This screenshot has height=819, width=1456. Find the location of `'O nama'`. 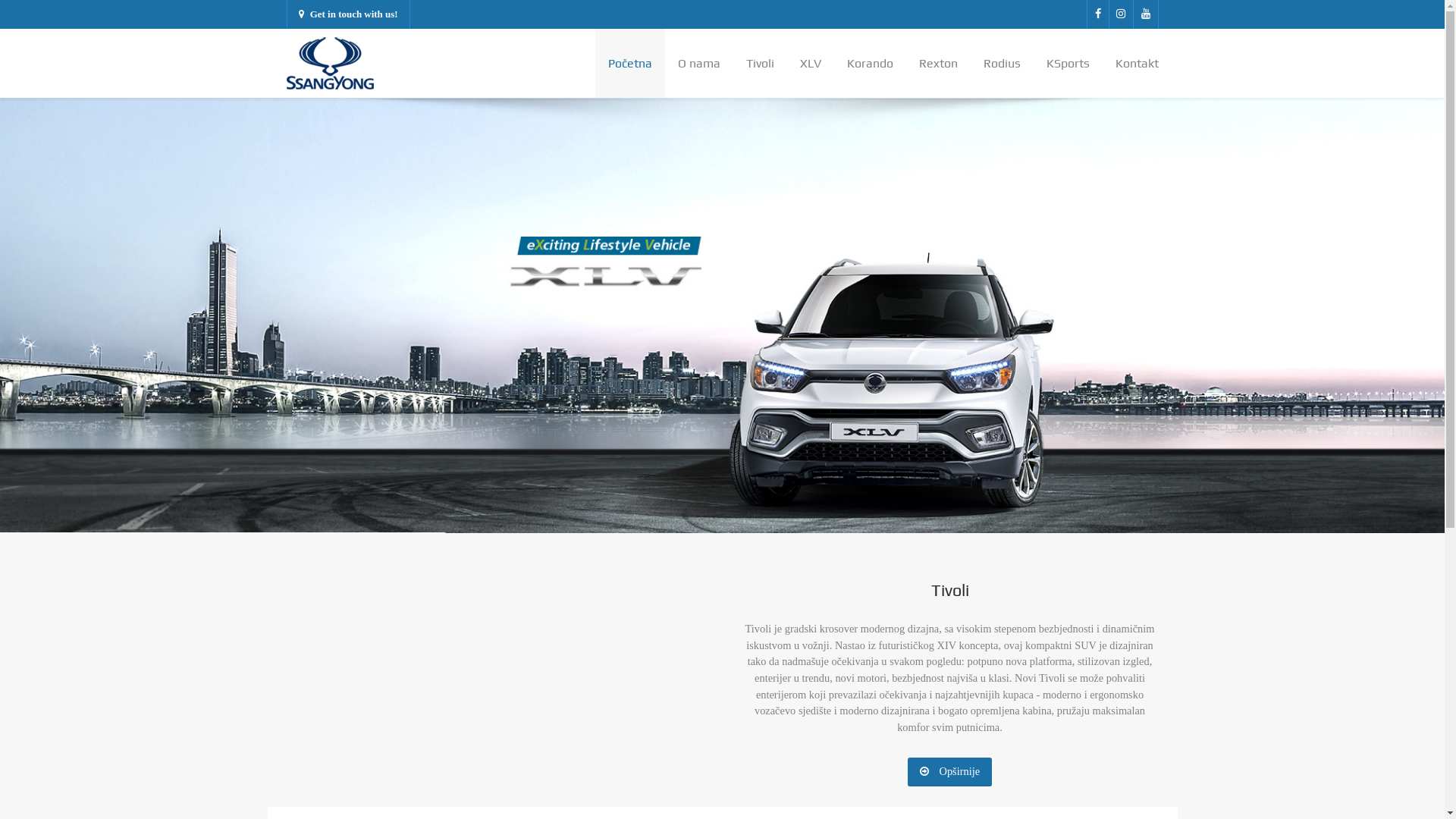

'O nama' is located at coordinates (698, 62).